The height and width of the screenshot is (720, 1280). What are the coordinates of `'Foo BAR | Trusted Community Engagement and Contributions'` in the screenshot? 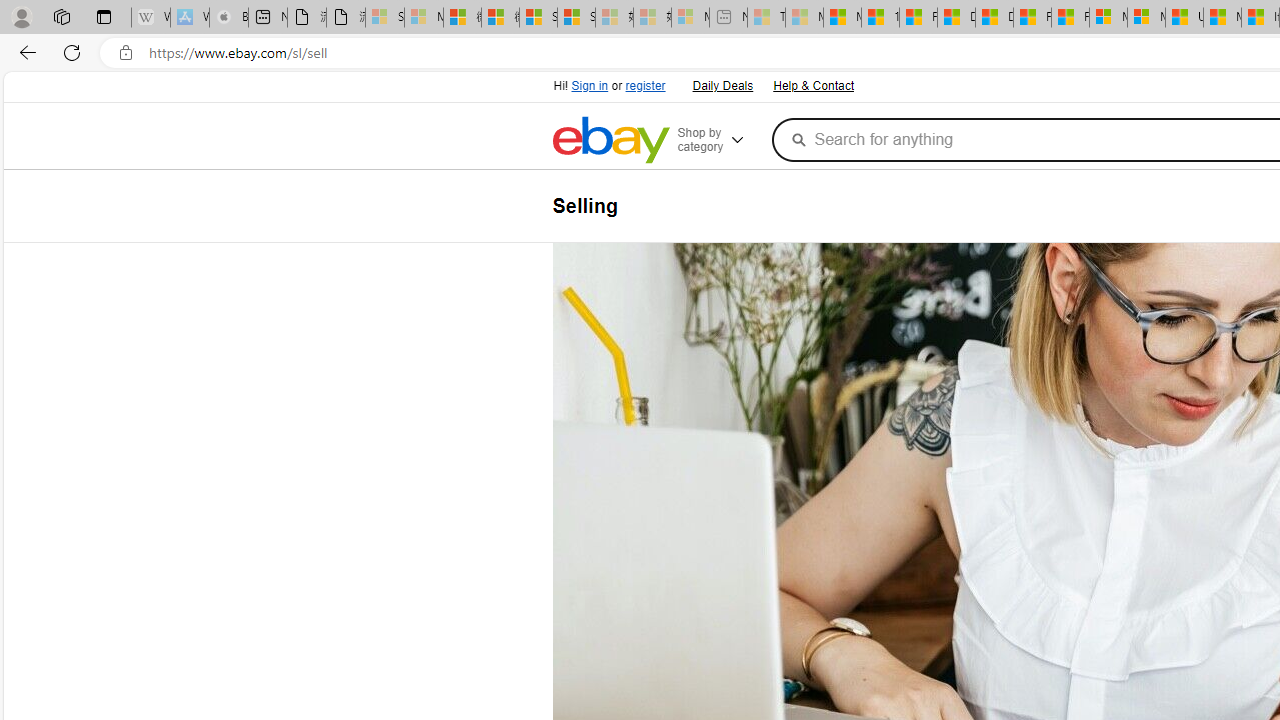 It's located at (1069, 17).